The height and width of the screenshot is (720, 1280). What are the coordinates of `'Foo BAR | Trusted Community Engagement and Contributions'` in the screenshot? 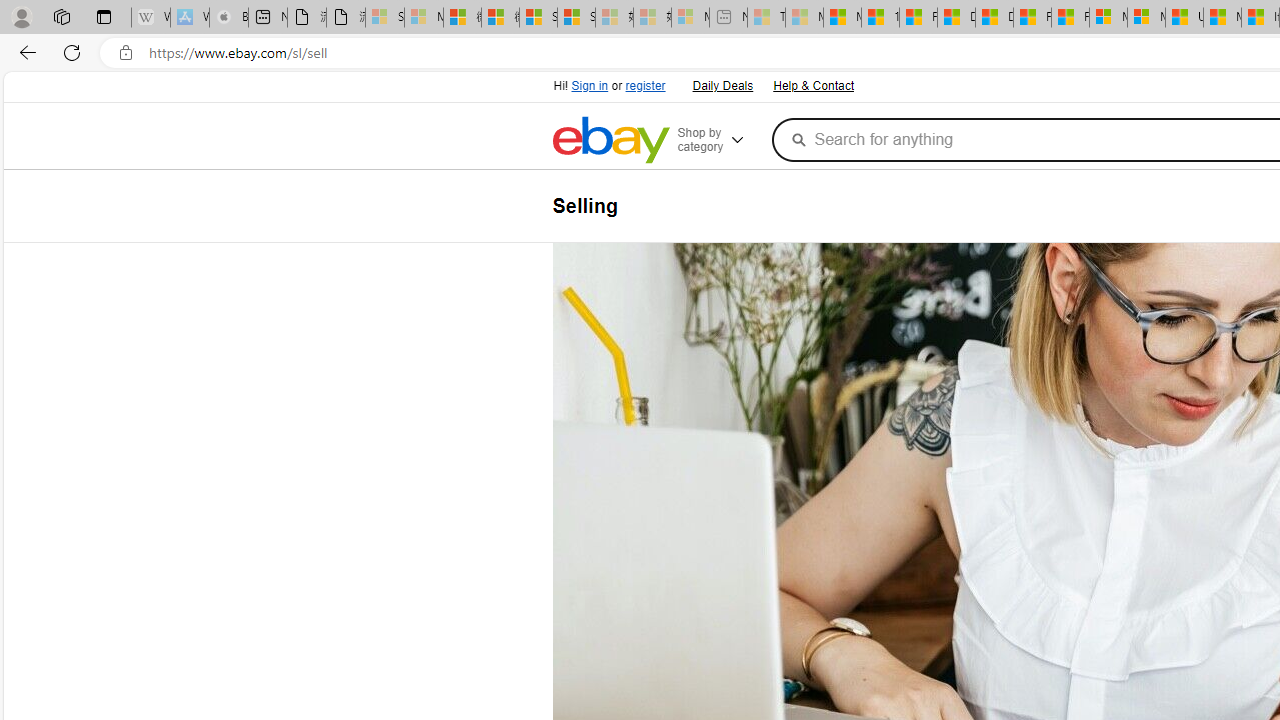 It's located at (1069, 17).